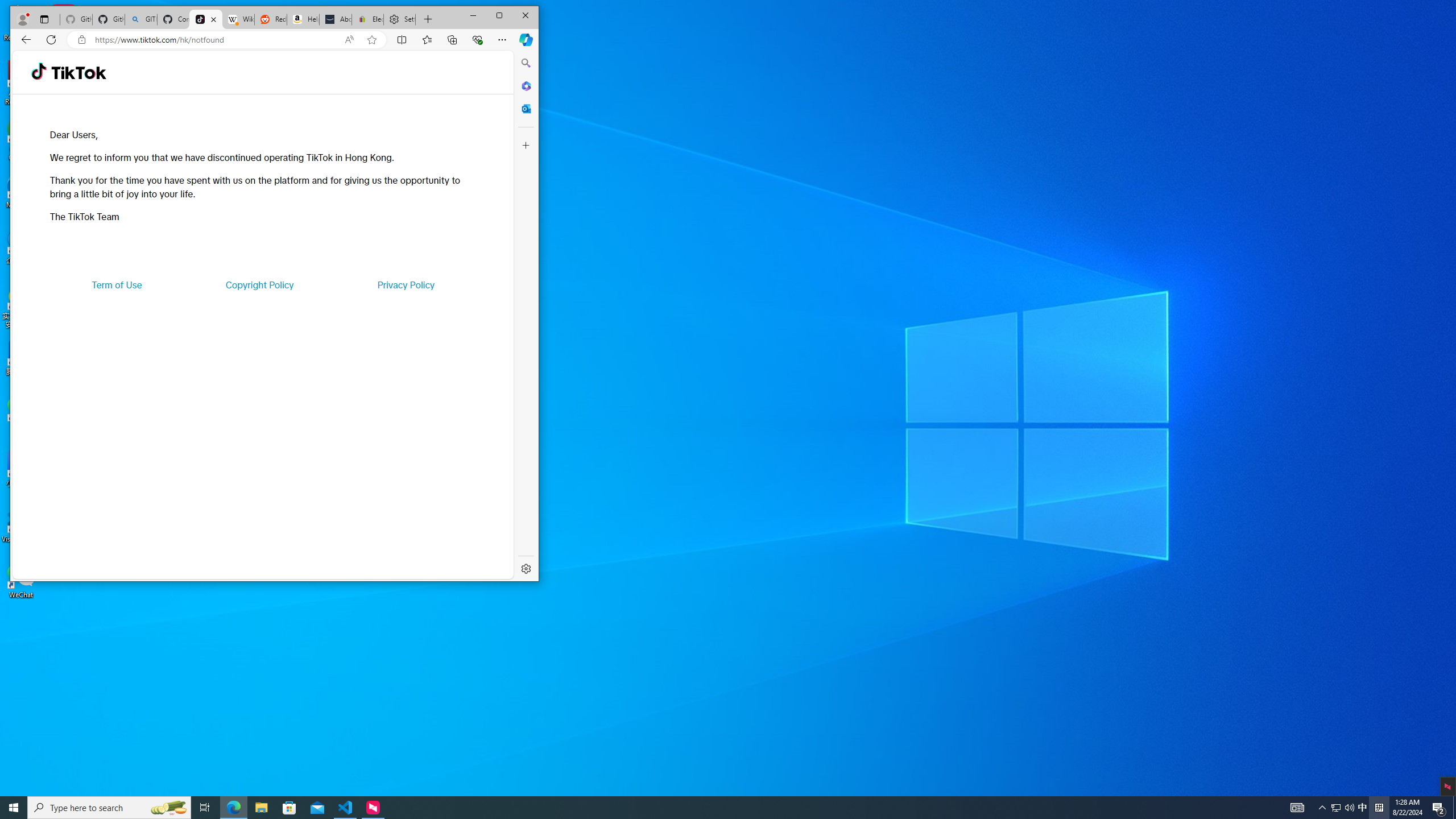 The height and width of the screenshot is (819, 1456). I want to click on 'Privacy Policy', so click(405, 285).